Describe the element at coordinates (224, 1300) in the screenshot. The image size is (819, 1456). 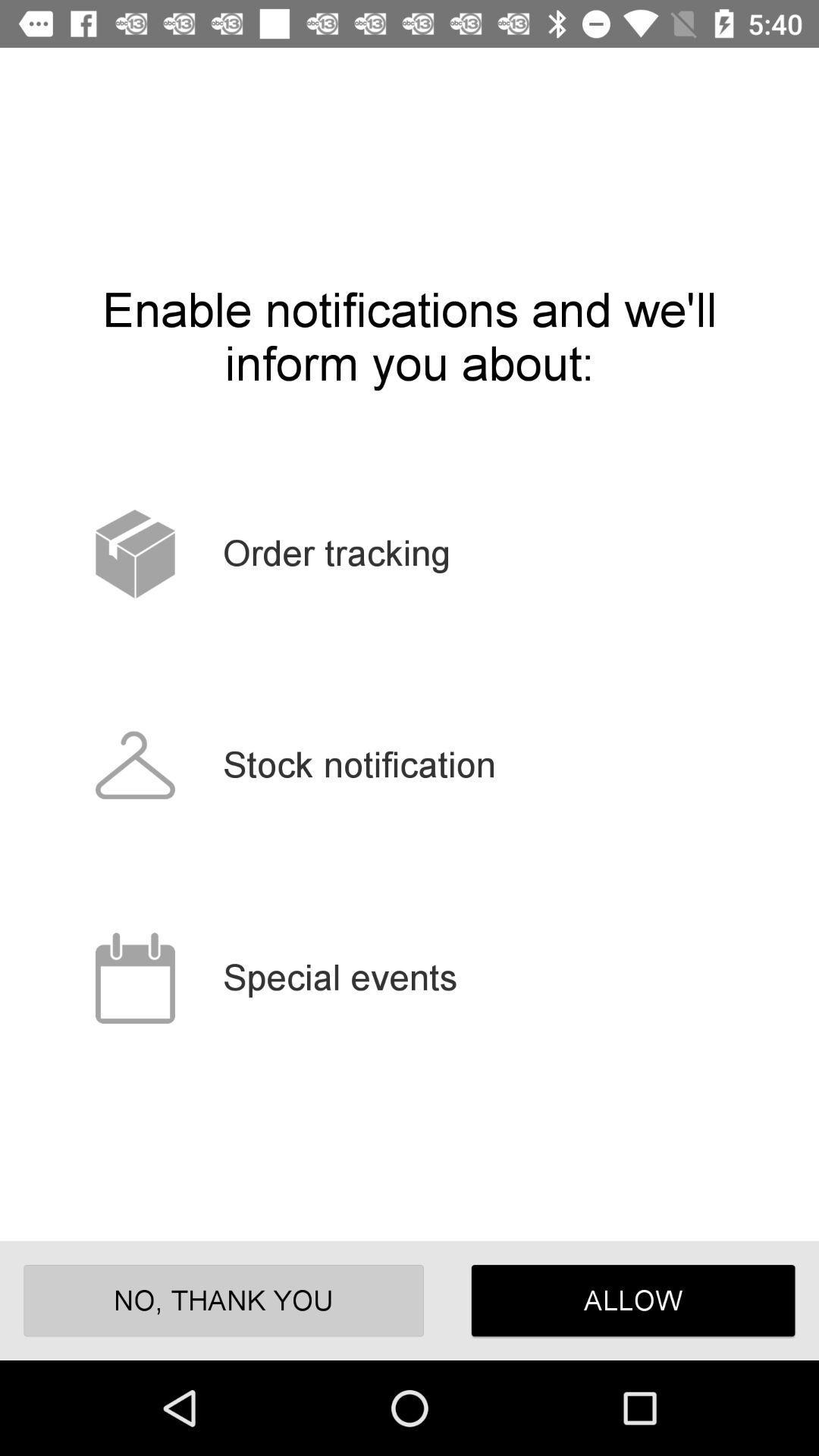
I see `the no, thank you item` at that location.